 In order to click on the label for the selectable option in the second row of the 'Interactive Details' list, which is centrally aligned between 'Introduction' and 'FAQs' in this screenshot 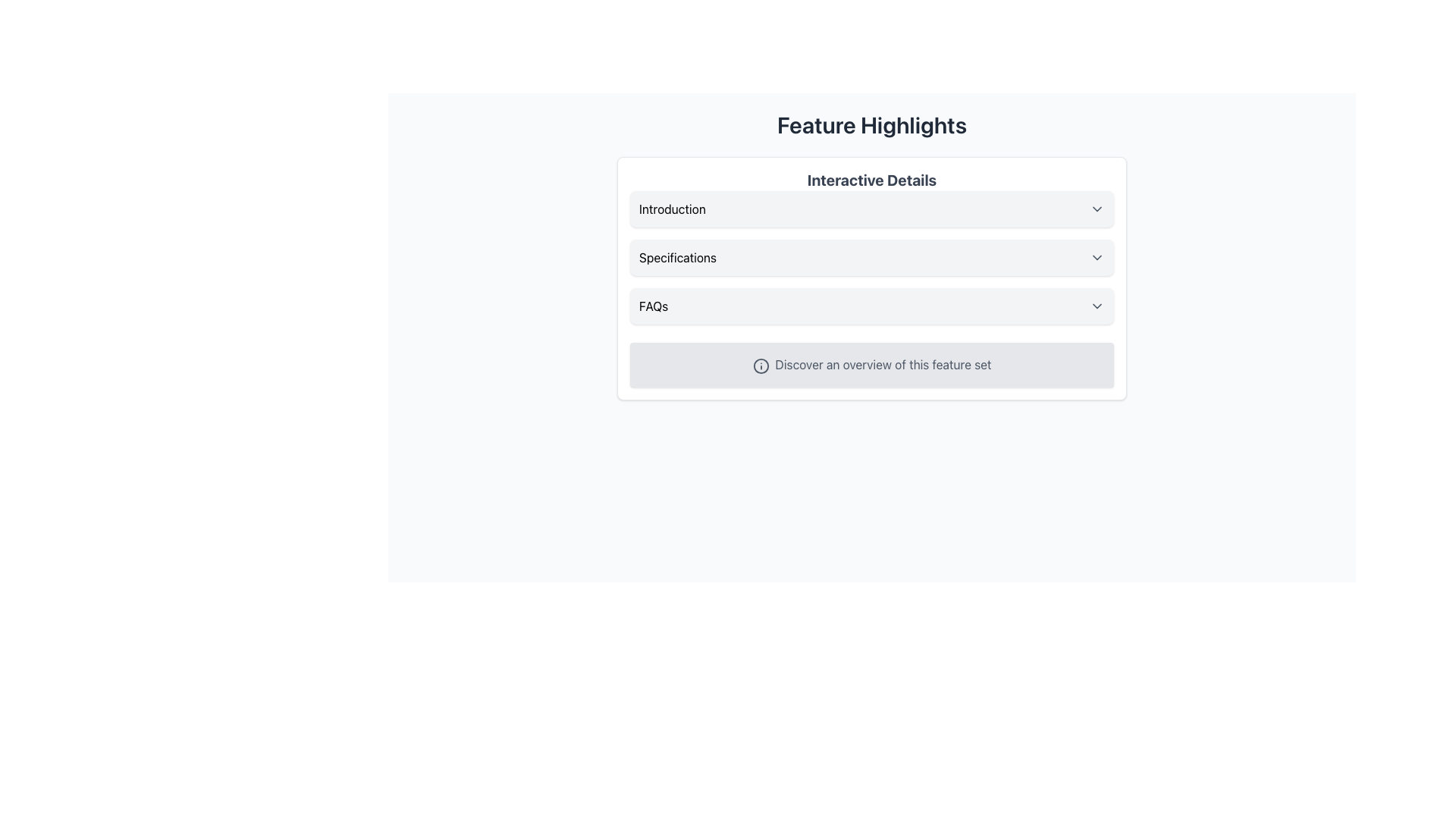, I will do `click(677, 256)`.